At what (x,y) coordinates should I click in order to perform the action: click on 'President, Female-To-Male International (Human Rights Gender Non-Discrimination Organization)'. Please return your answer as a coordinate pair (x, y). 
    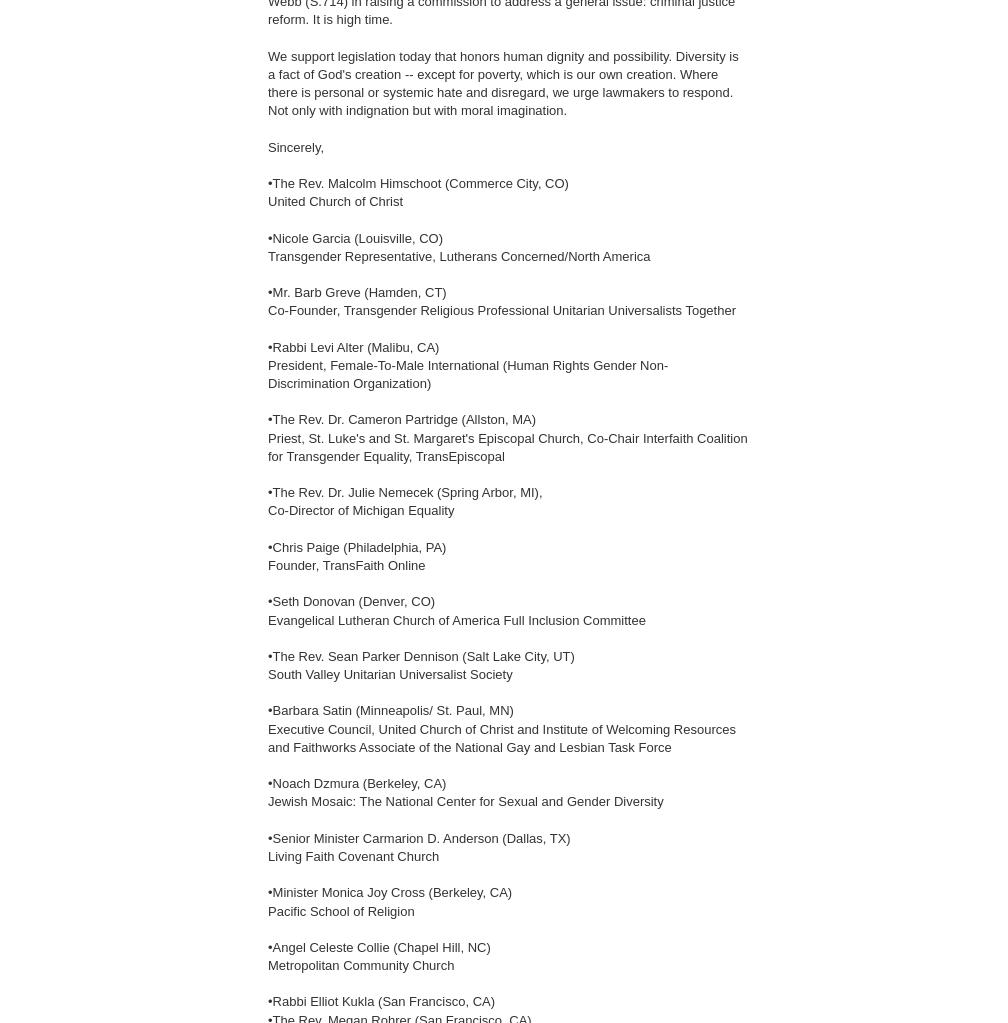
    Looking at the image, I should click on (268, 373).